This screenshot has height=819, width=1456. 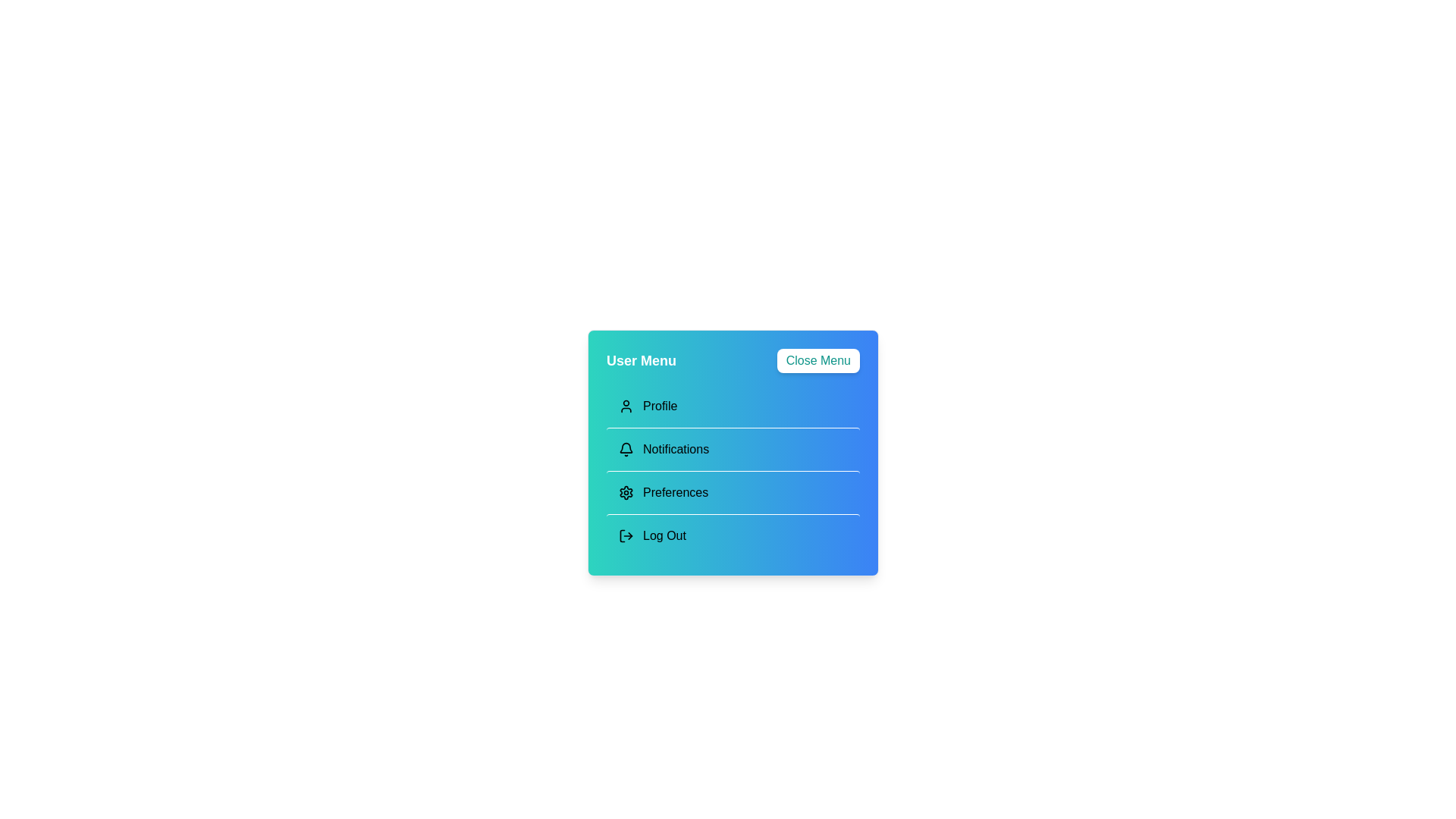 I want to click on the menu option Preferences by clicking on its corresponding area, so click(x=733, y=492).